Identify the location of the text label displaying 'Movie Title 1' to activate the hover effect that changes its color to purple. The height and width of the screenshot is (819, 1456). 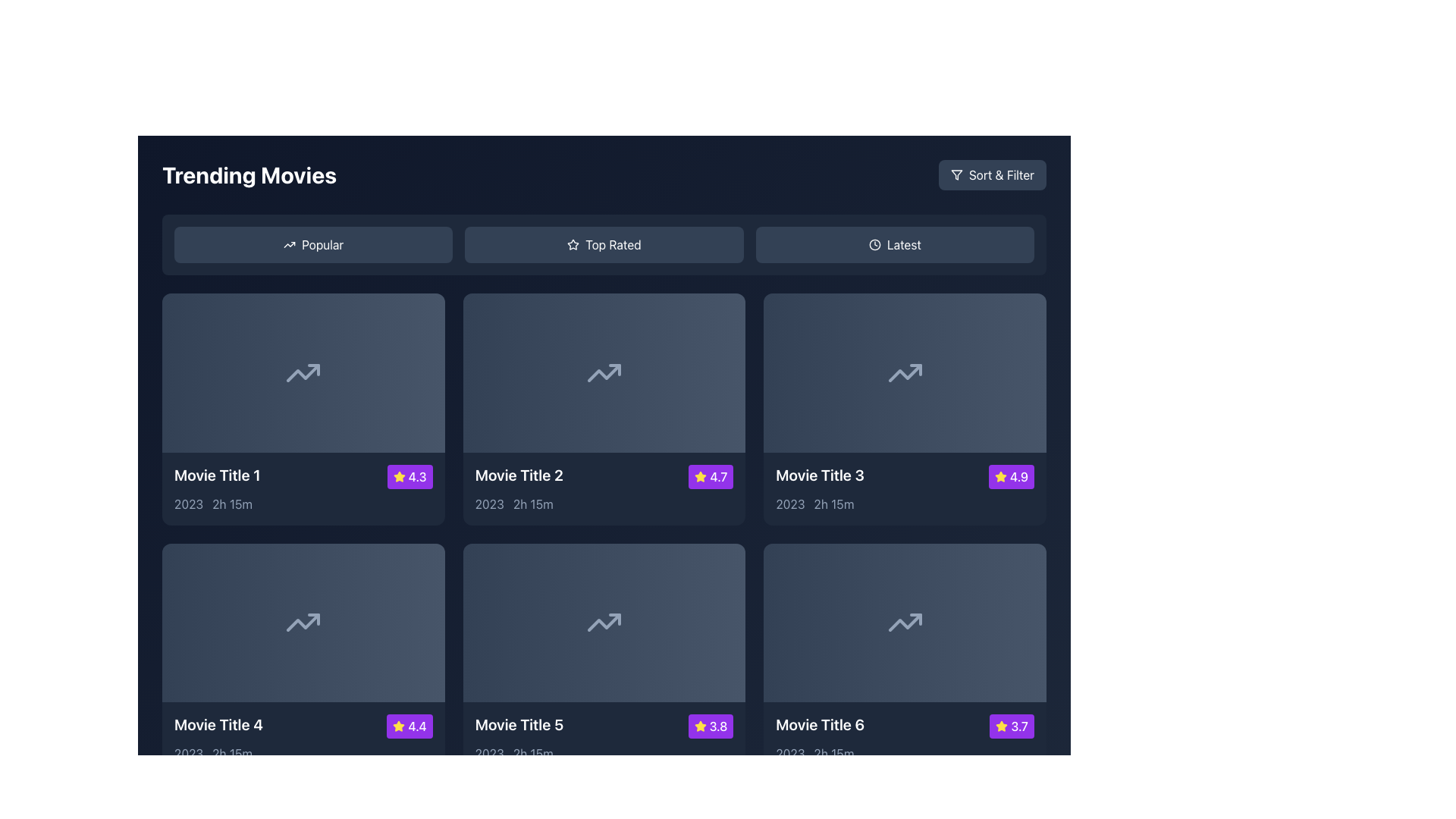
(216, 474).